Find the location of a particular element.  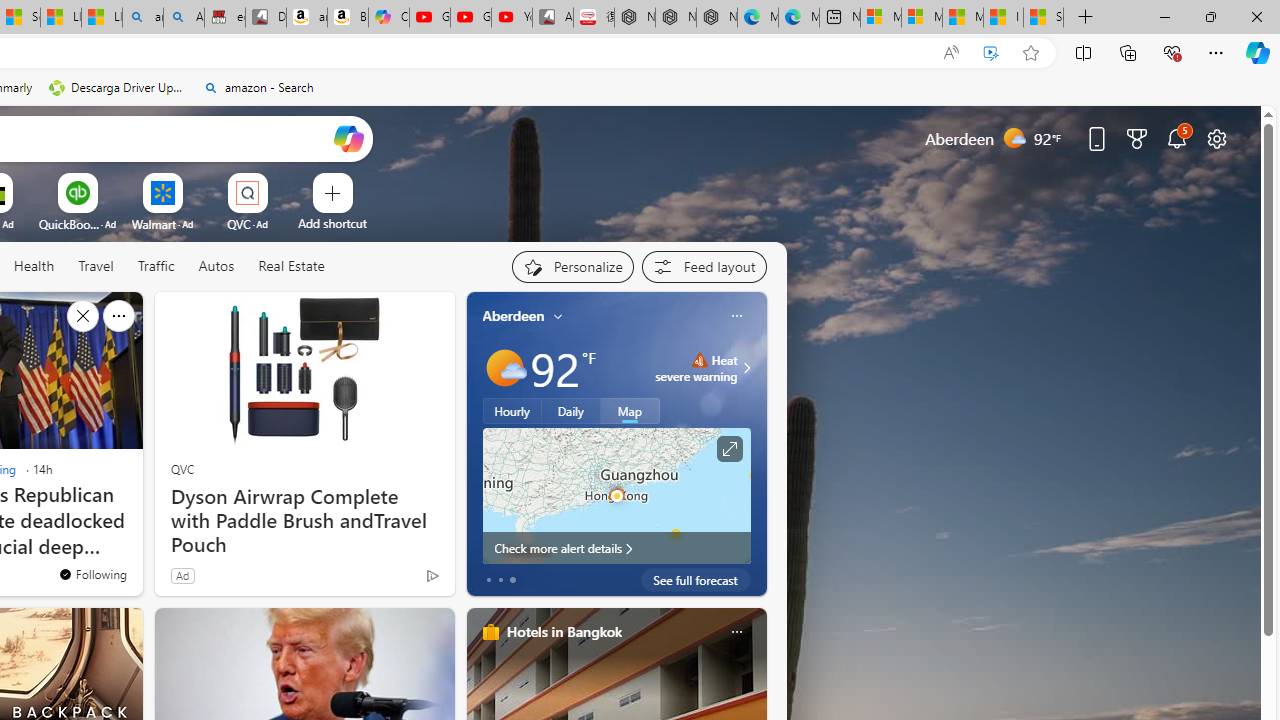

'amazon - Search' is located at coordinates (257, 87).